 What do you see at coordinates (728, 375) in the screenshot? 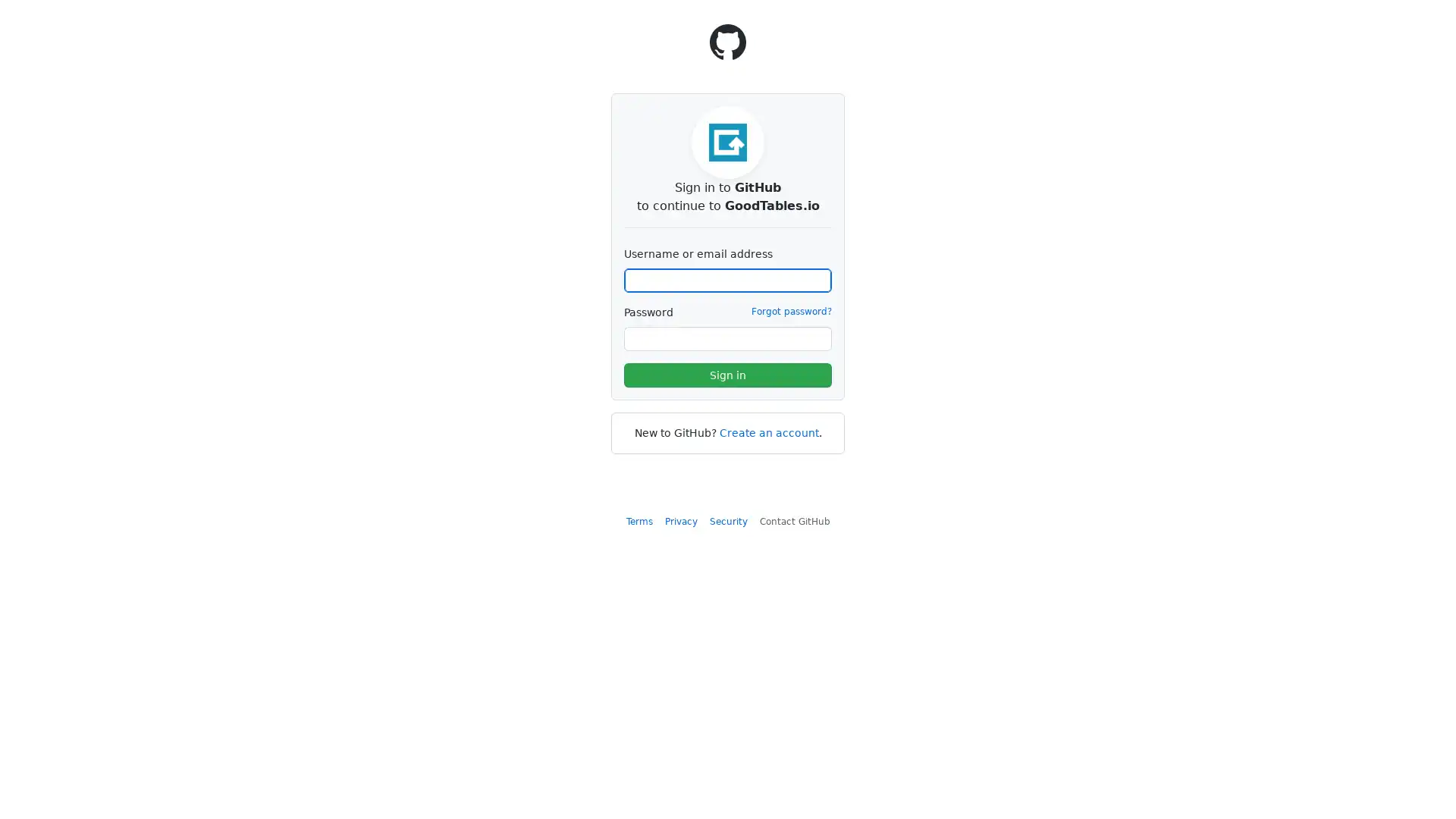
I see `Sign in` at bounding box center [728, 375].